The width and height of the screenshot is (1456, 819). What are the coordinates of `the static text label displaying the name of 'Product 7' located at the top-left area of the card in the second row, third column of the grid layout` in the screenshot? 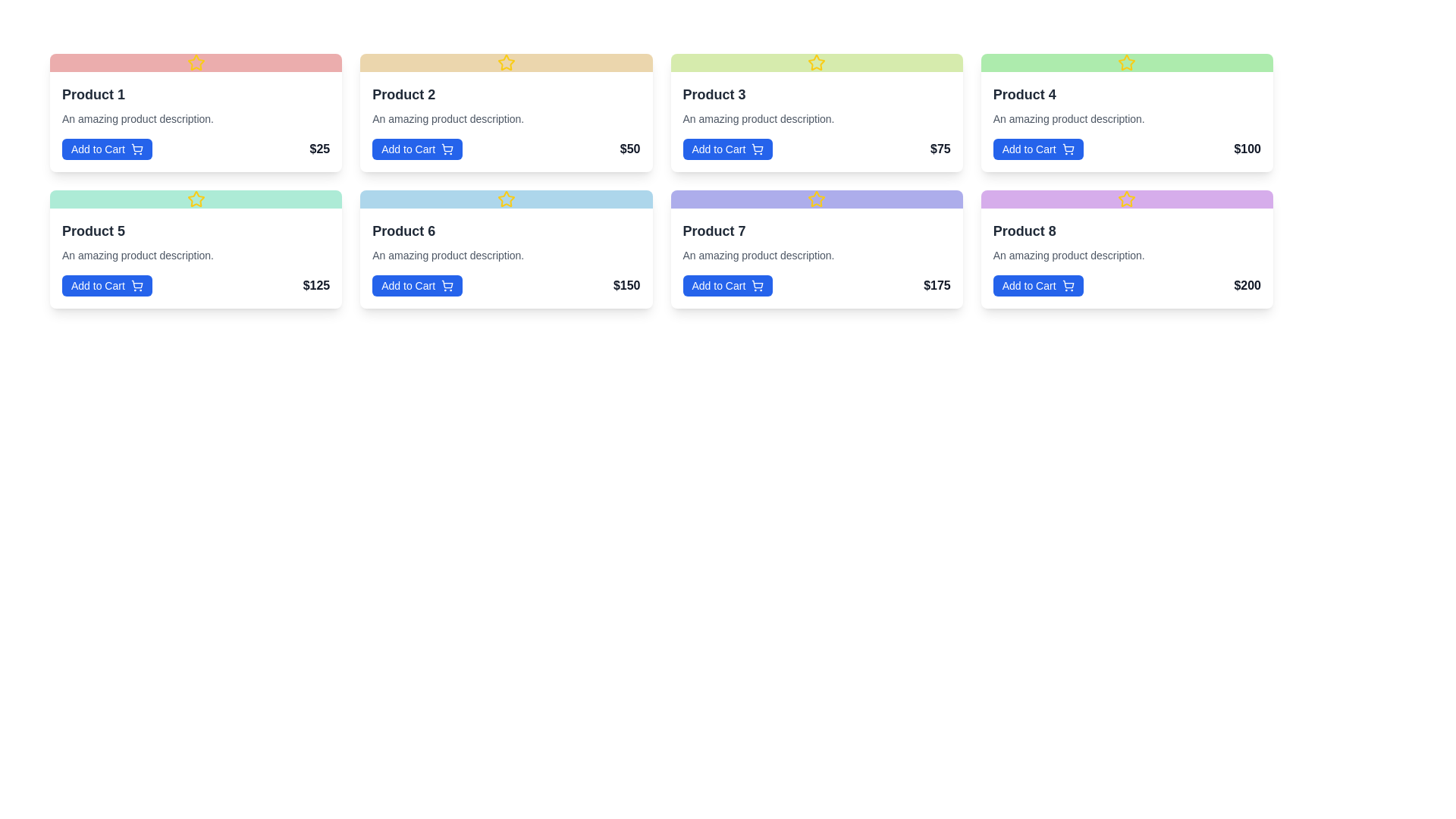 It's located at (713, 231).